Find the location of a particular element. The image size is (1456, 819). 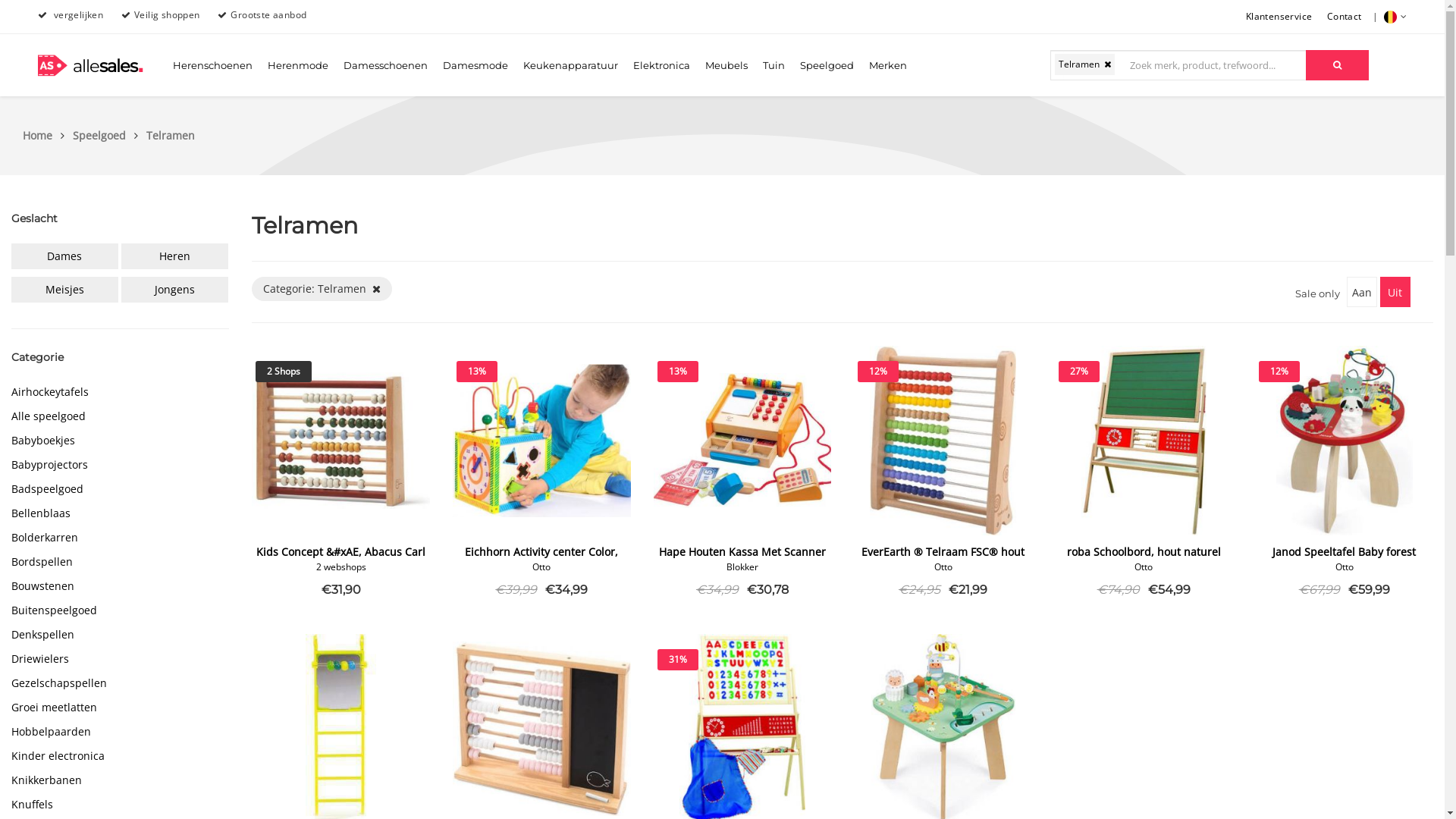

'Otto' is located at coordinates (541, 566).